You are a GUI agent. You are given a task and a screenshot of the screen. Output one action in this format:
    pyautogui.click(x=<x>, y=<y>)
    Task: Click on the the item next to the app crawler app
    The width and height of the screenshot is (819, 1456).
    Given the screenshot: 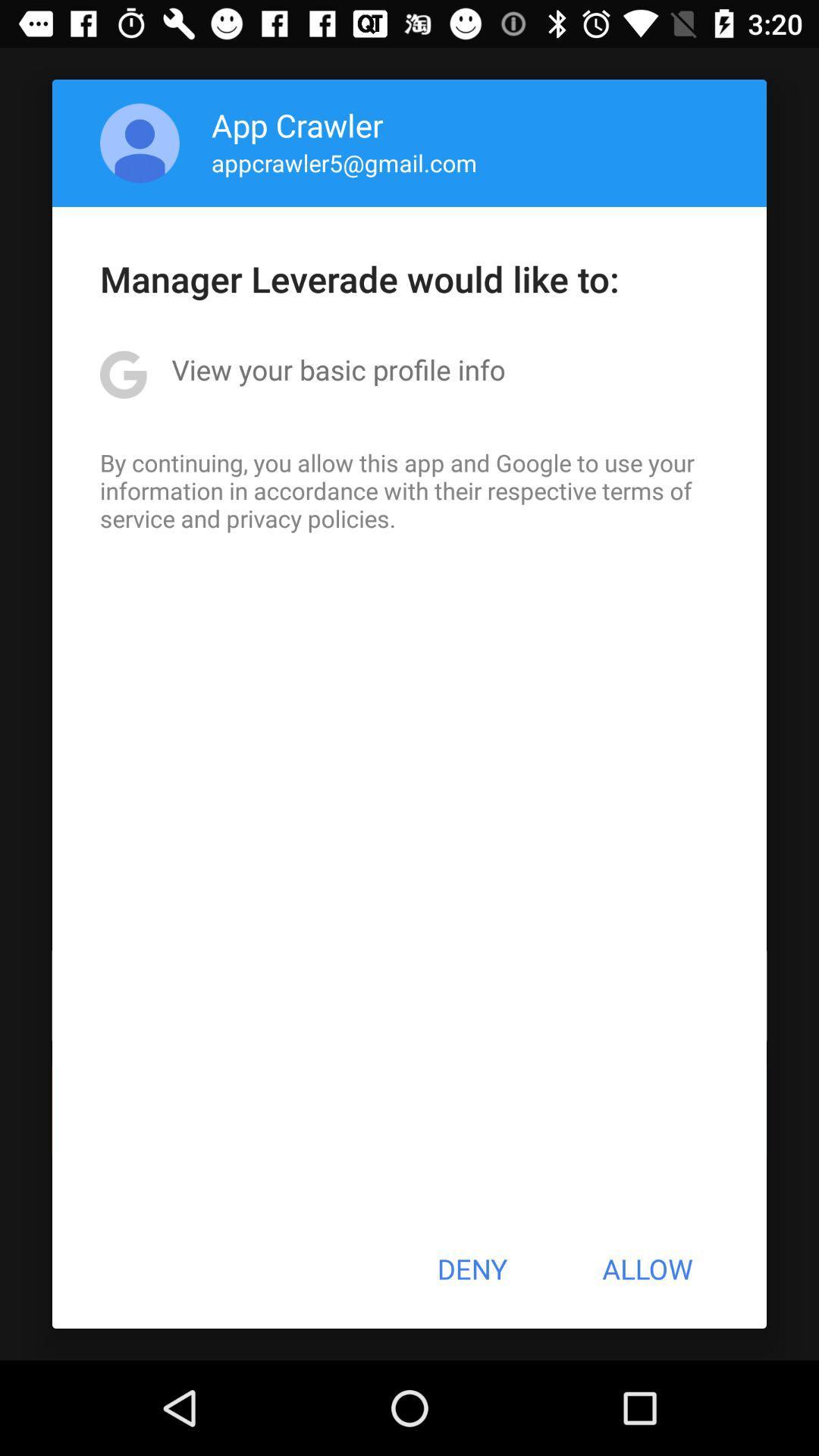 What is the action you would take?
    pyautogui.click(x=140, y=143)
    